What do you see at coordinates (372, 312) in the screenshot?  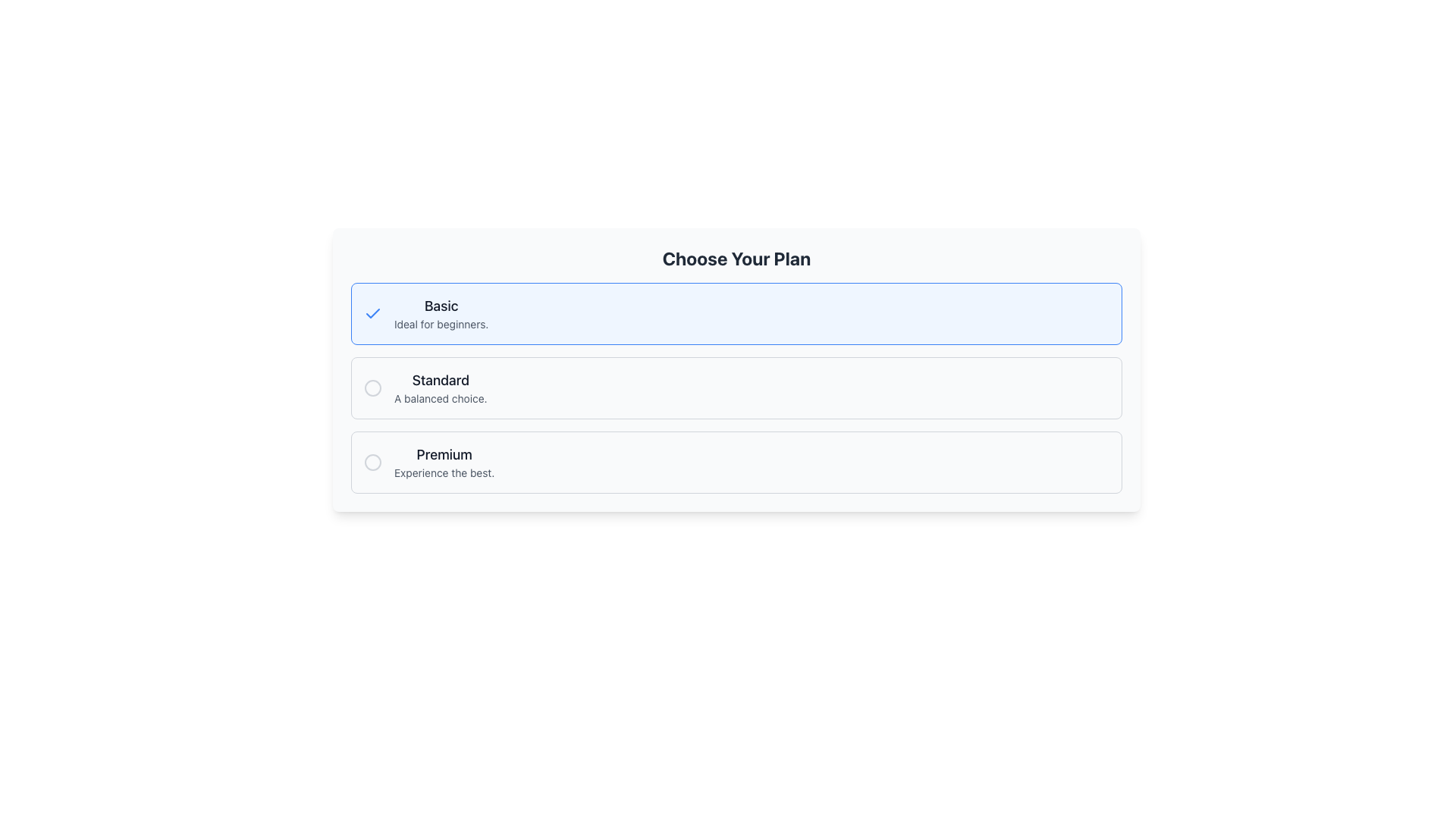 I see `the blue check mark icon located to the left of the 'Basic' plan option to verify its selection status` at bounding box center [372, 312].